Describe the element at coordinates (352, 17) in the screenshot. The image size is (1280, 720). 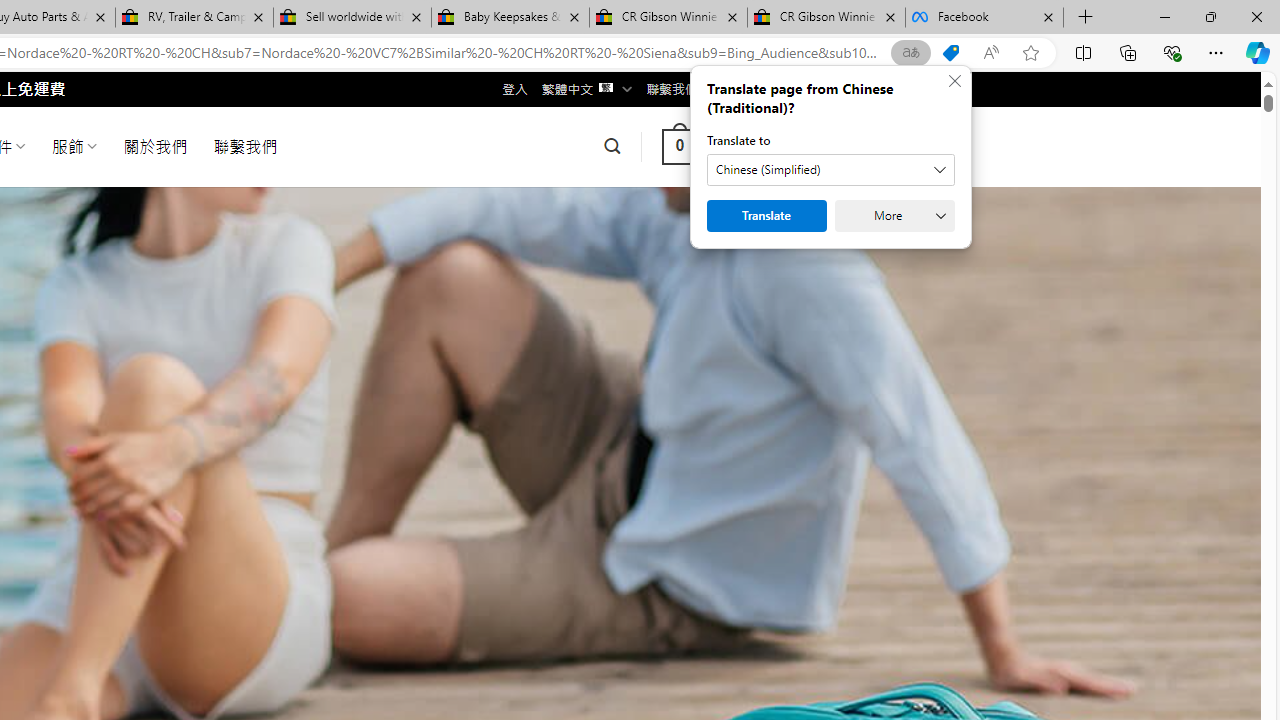
I see `'Sell worldwide with eBay'` at that location.